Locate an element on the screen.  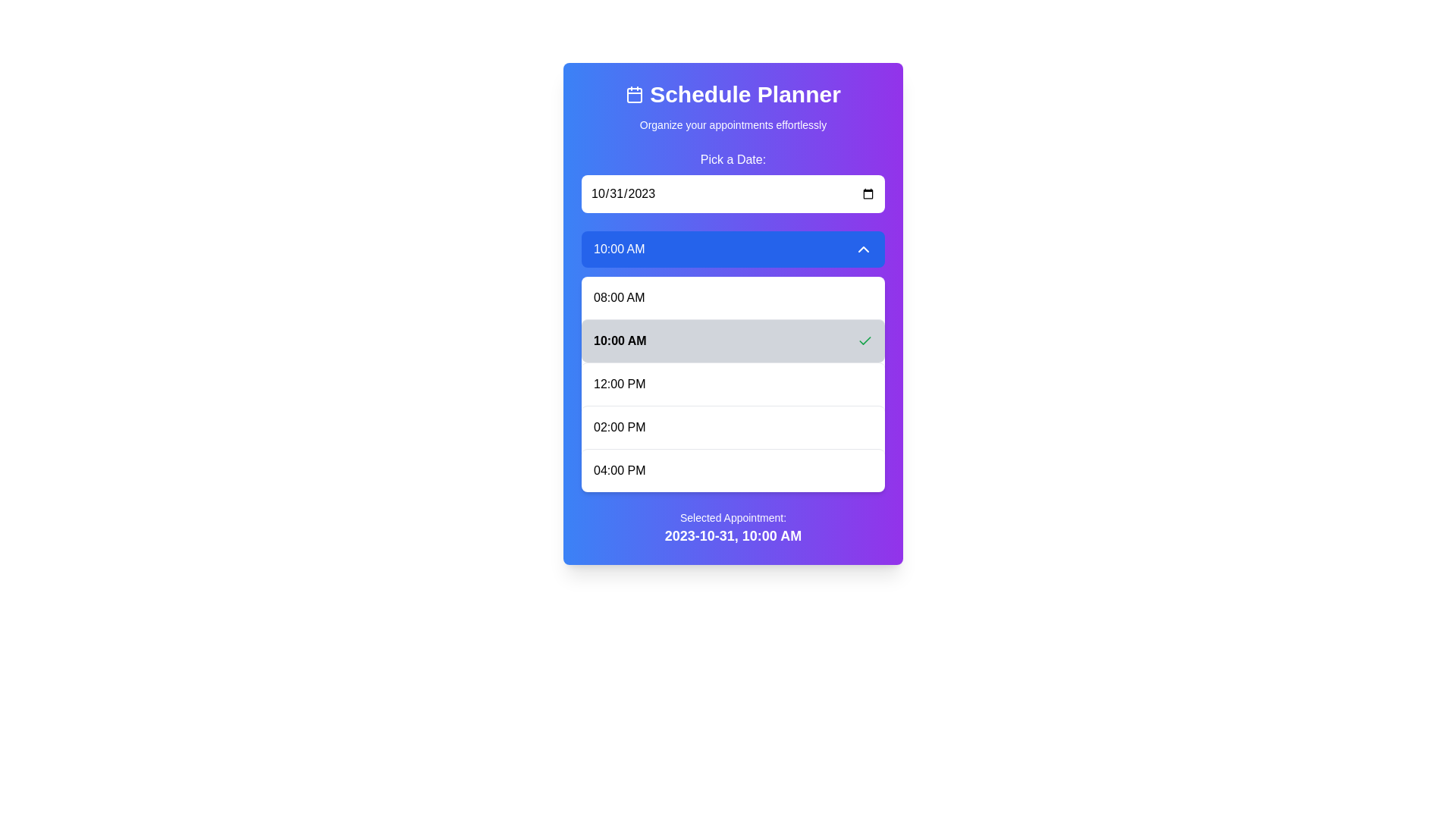
the text label displaying '2023-10-31, 10:00 AM' with a gradient background in the 'Selected Appointment:' section is located at coordinates (733, 535).